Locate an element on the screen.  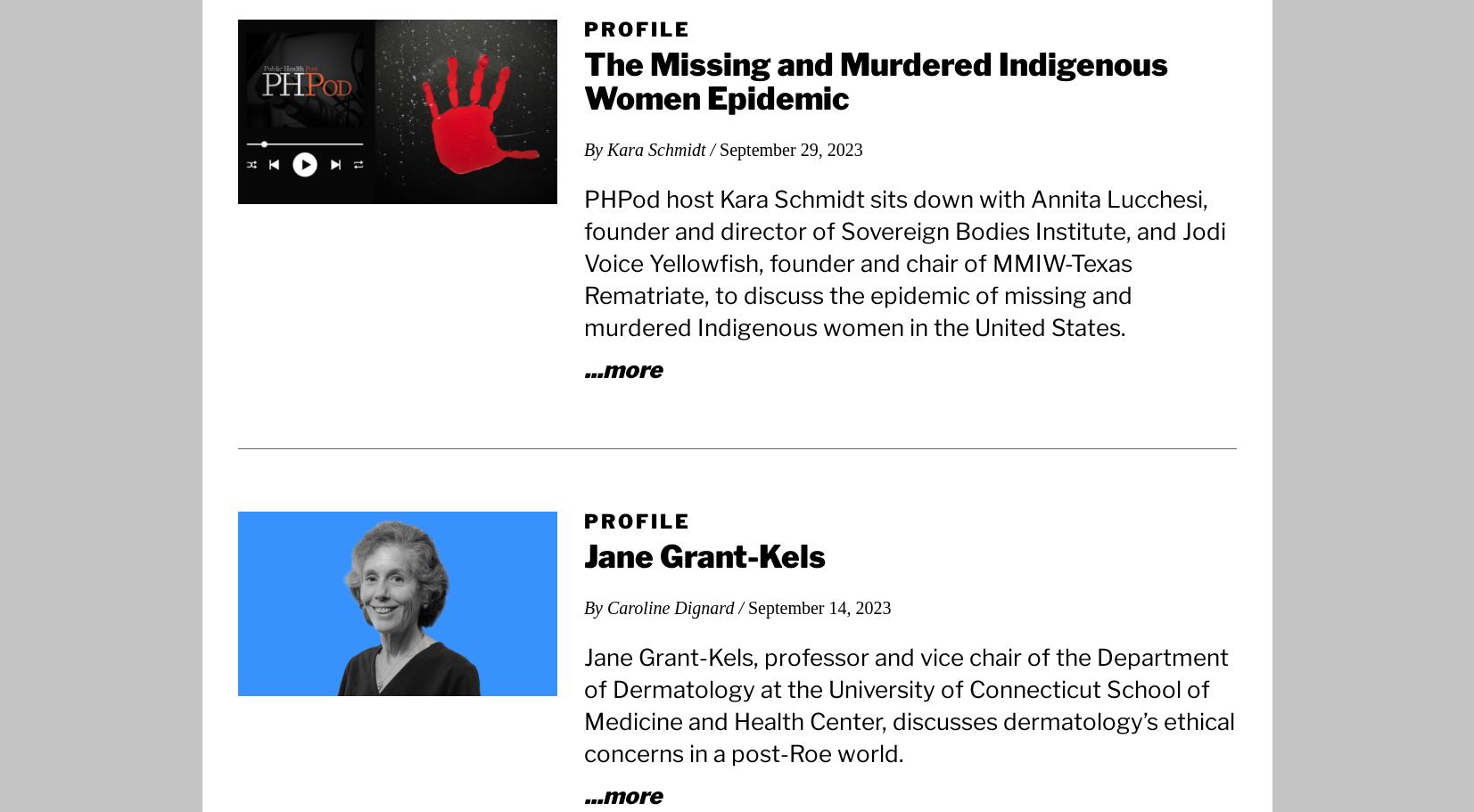
'The Missing and Murdered Indigenous Women Epidemic' is located at coordinates (875, 81).